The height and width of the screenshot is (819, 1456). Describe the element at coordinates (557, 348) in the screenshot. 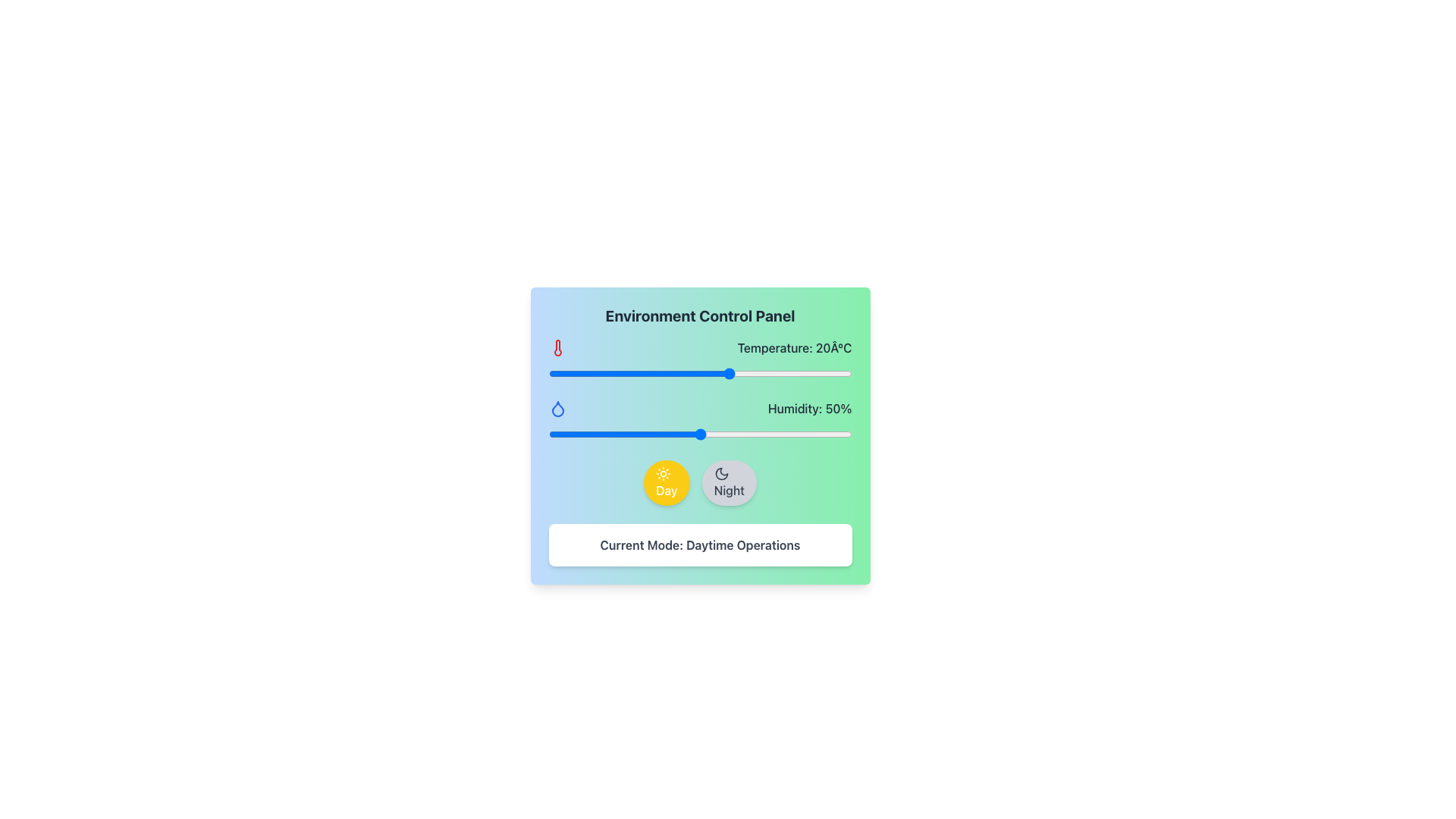

I see `the red-colored thermometer icon located in the 'Temperature' section, which precedes the text 'Temperature: 20°C'` at that location.